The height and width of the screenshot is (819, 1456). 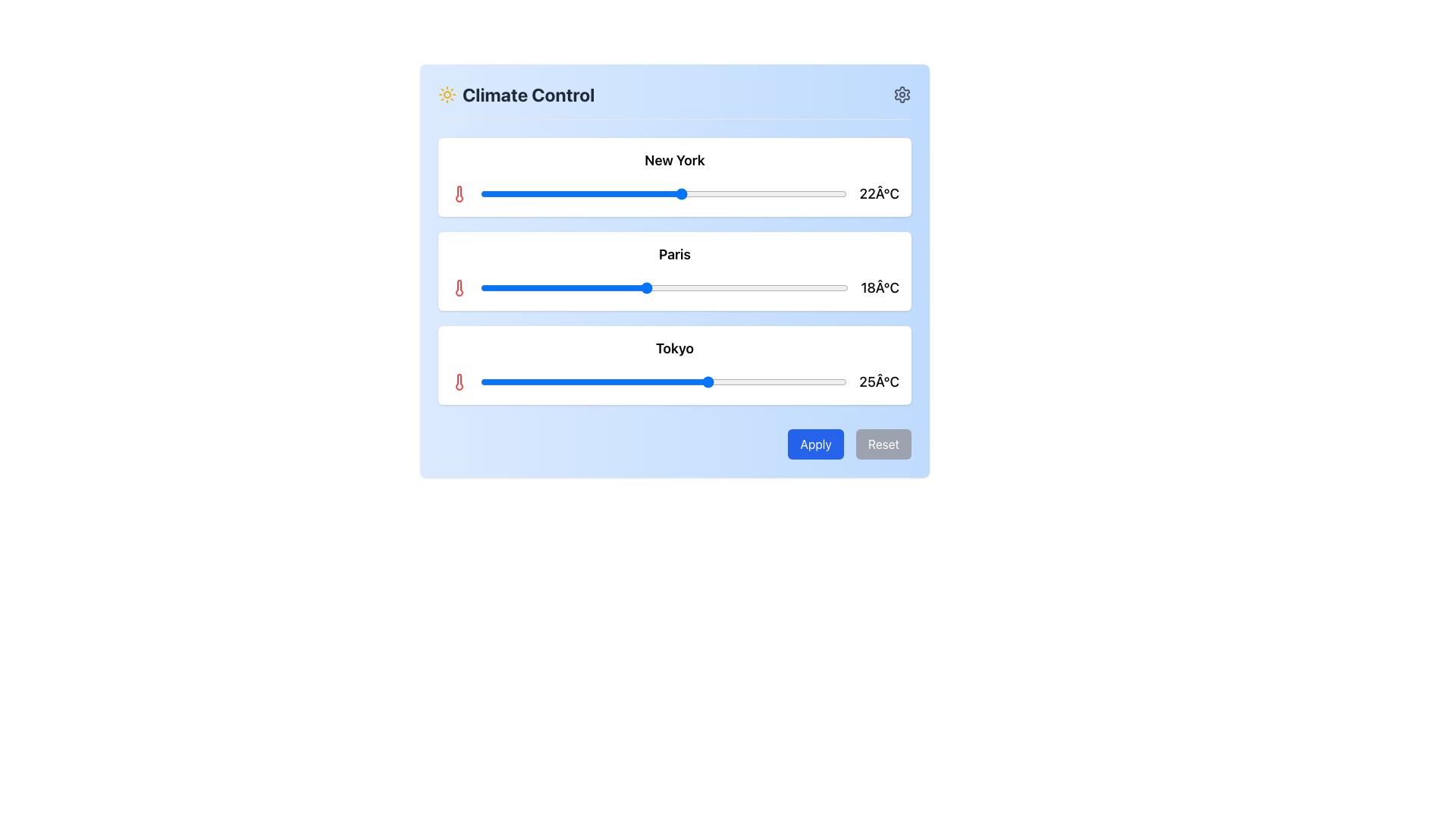 What do you see at coordinates (820, 288) in the screenshot?
I see `the Paris temperature slider` at bounding box center [820, 288].